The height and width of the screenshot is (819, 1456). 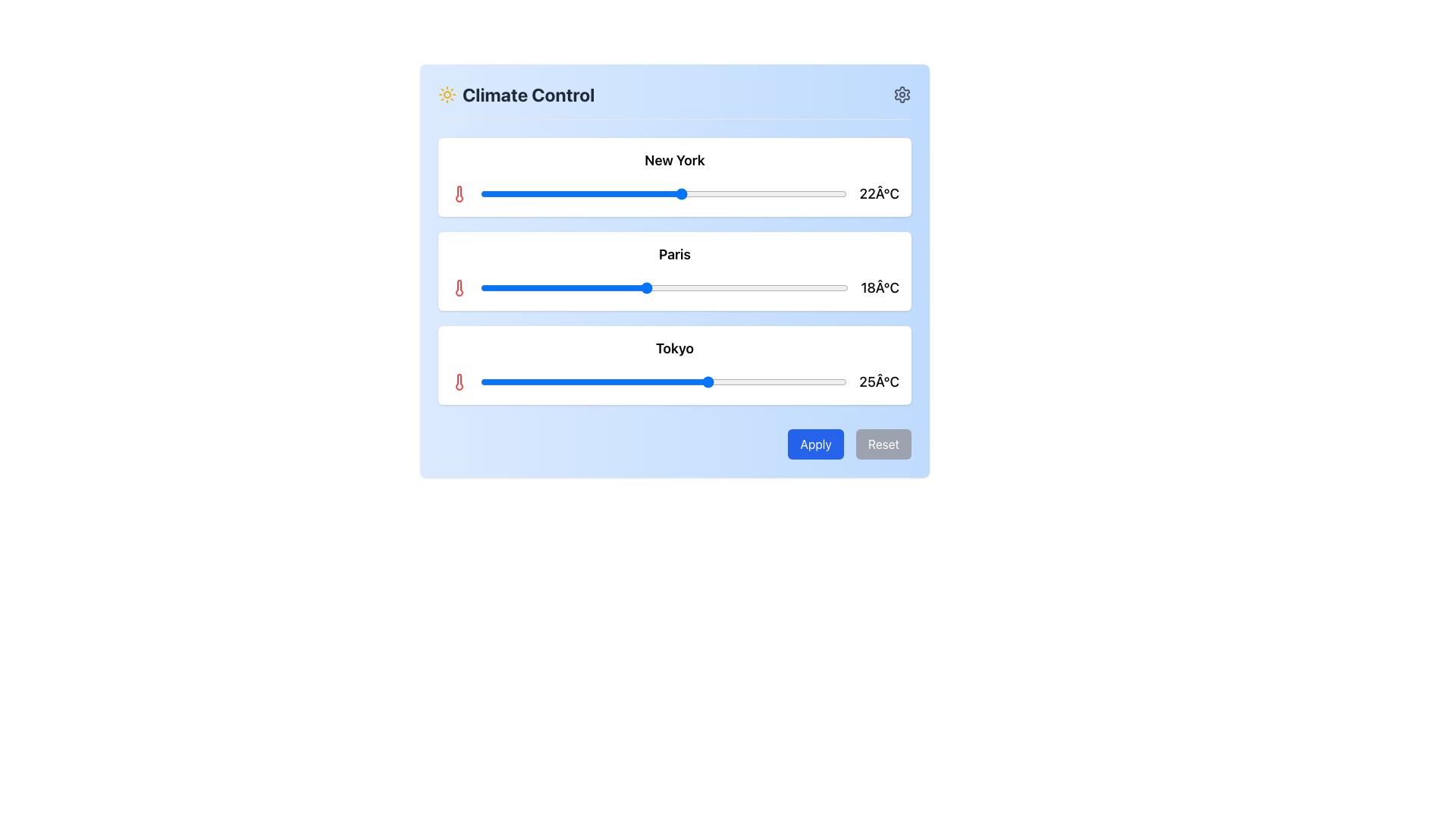 What do you see at coordinates (820, 288) in the screenshot?
I see `the Paris temperature slider` at bounding box center [820, 288].